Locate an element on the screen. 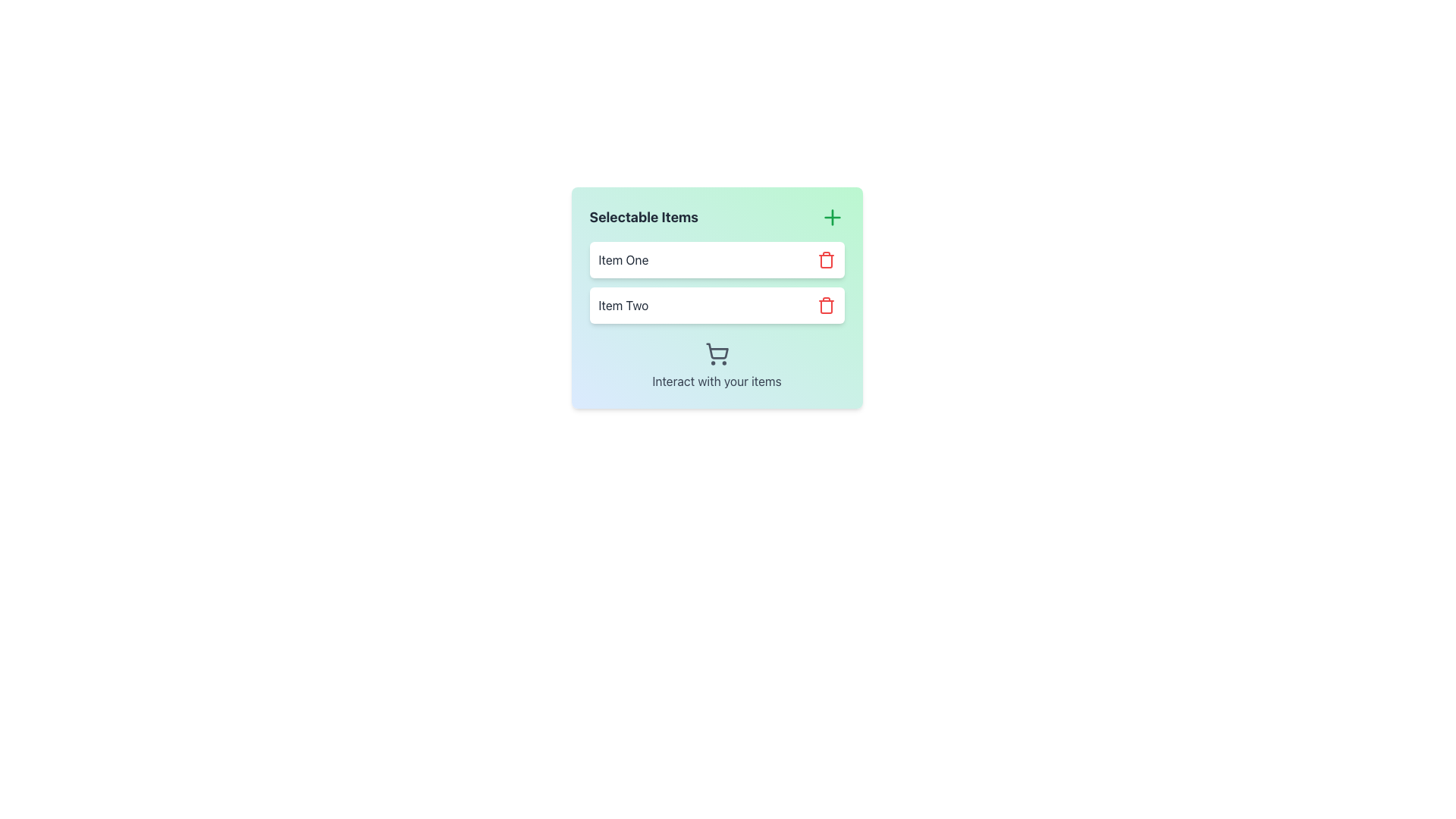 The height and width of the screenshot is (819, 1456). the selectable list item labeled 'Item Two' is located at coordinates (716, 305).